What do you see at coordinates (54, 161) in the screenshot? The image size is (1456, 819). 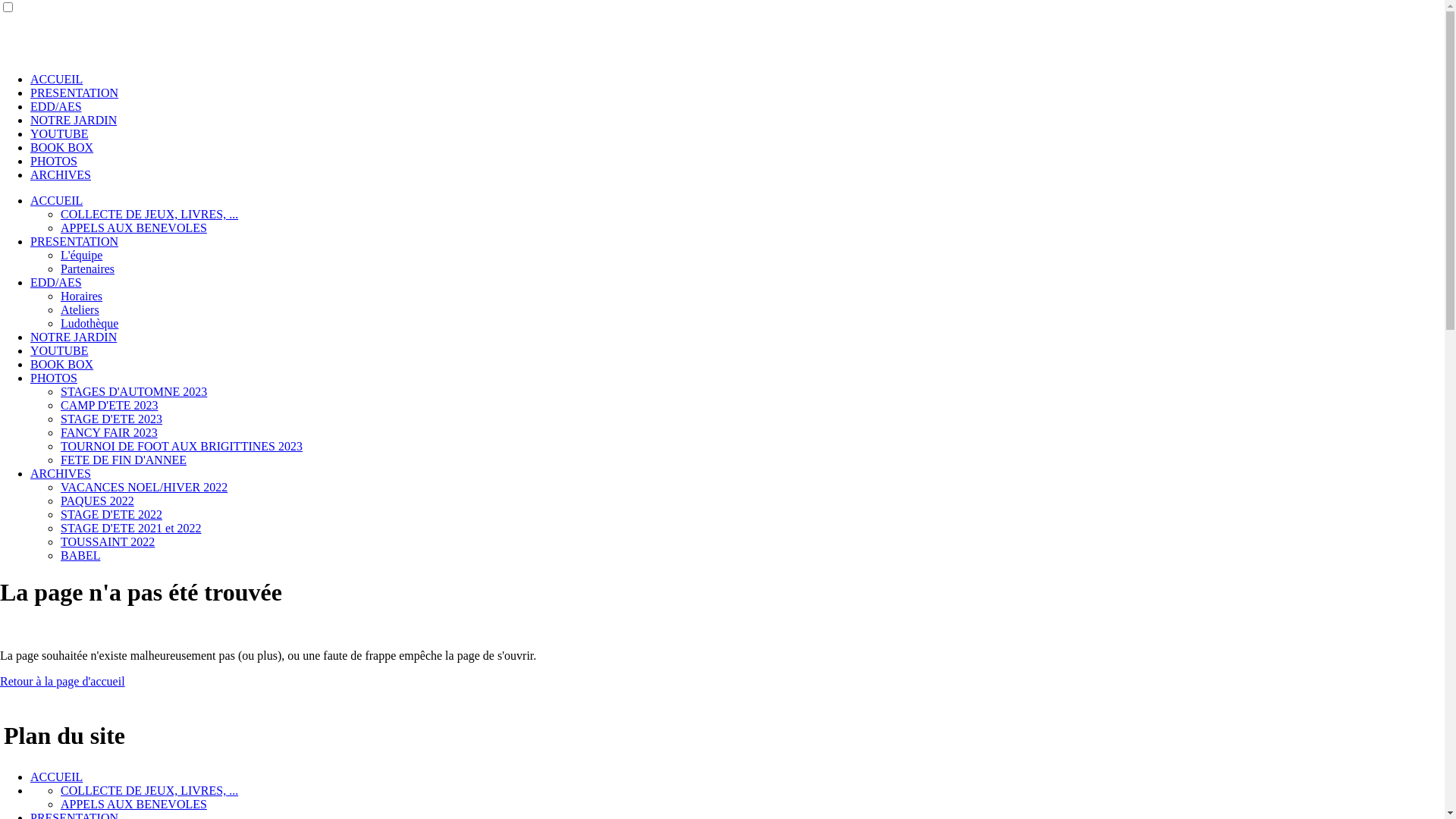 I see `'PHOTOS'` at bounding box center [54, 161].